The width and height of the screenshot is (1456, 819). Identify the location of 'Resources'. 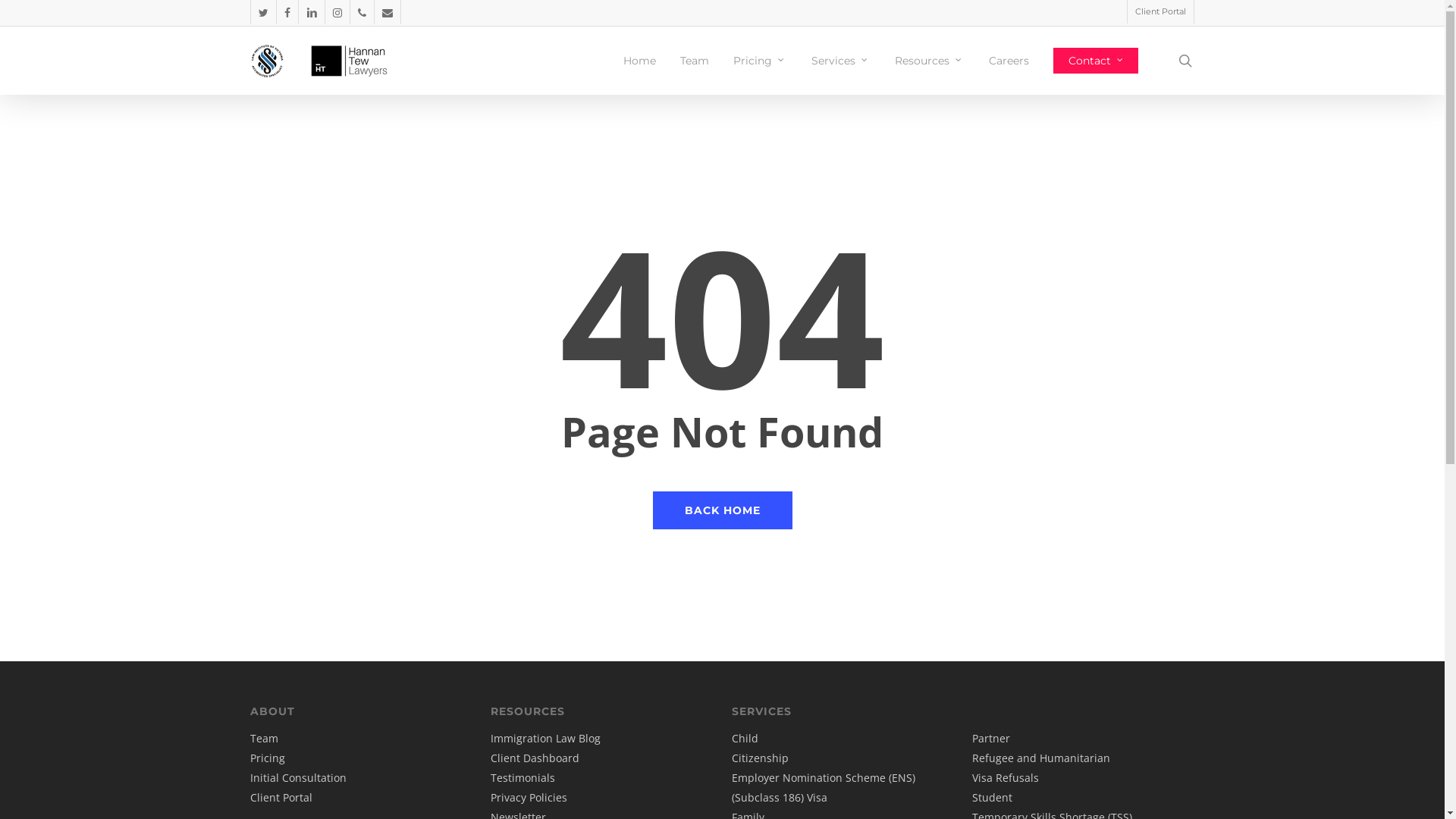
(895, 60).